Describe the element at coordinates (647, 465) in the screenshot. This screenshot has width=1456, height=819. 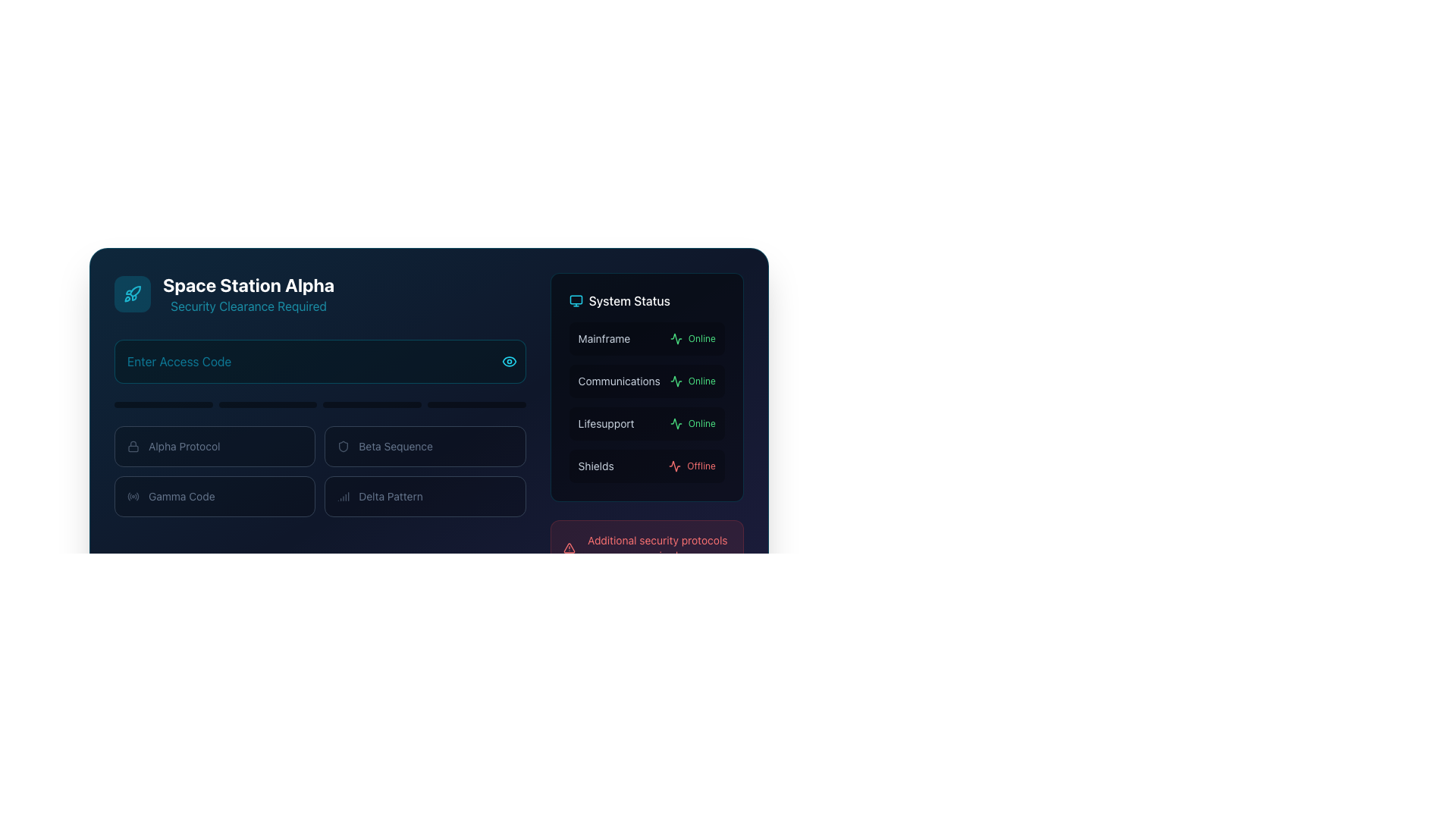
I see `status of the 'Shields' indicator, which is the last item in the vertical list of the 'System Status' panel and currently shows 'Offline'` at that location.